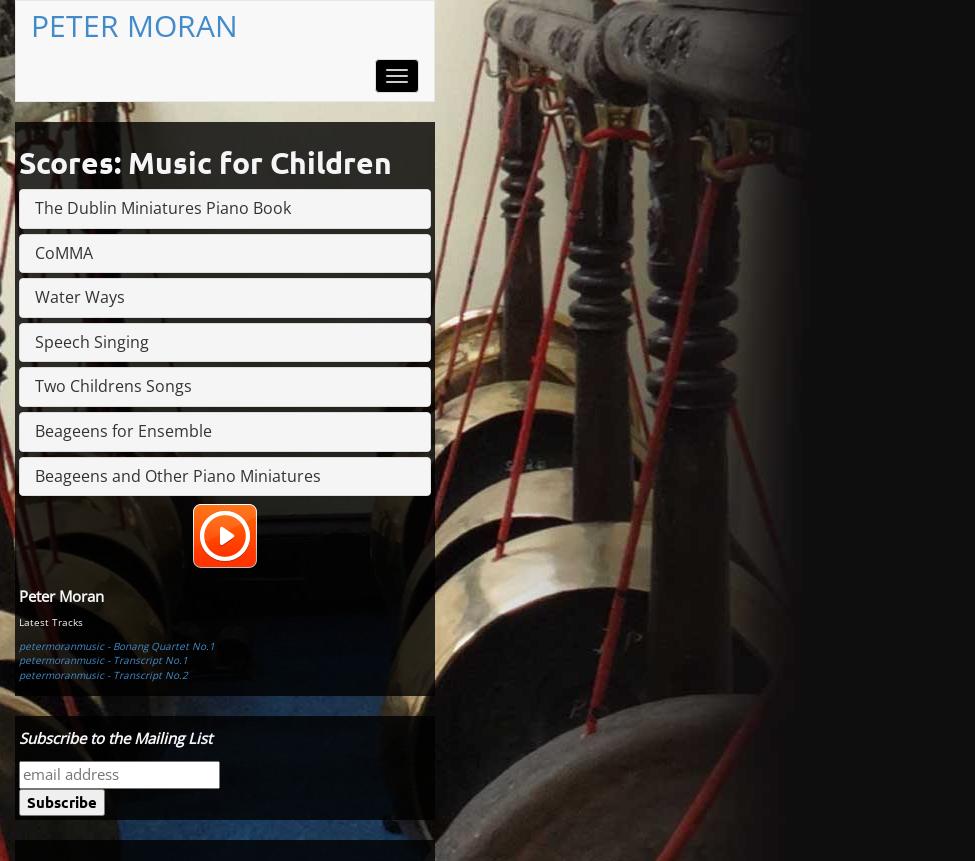  I want to click on 'Speech Singing', so click(92, 340).